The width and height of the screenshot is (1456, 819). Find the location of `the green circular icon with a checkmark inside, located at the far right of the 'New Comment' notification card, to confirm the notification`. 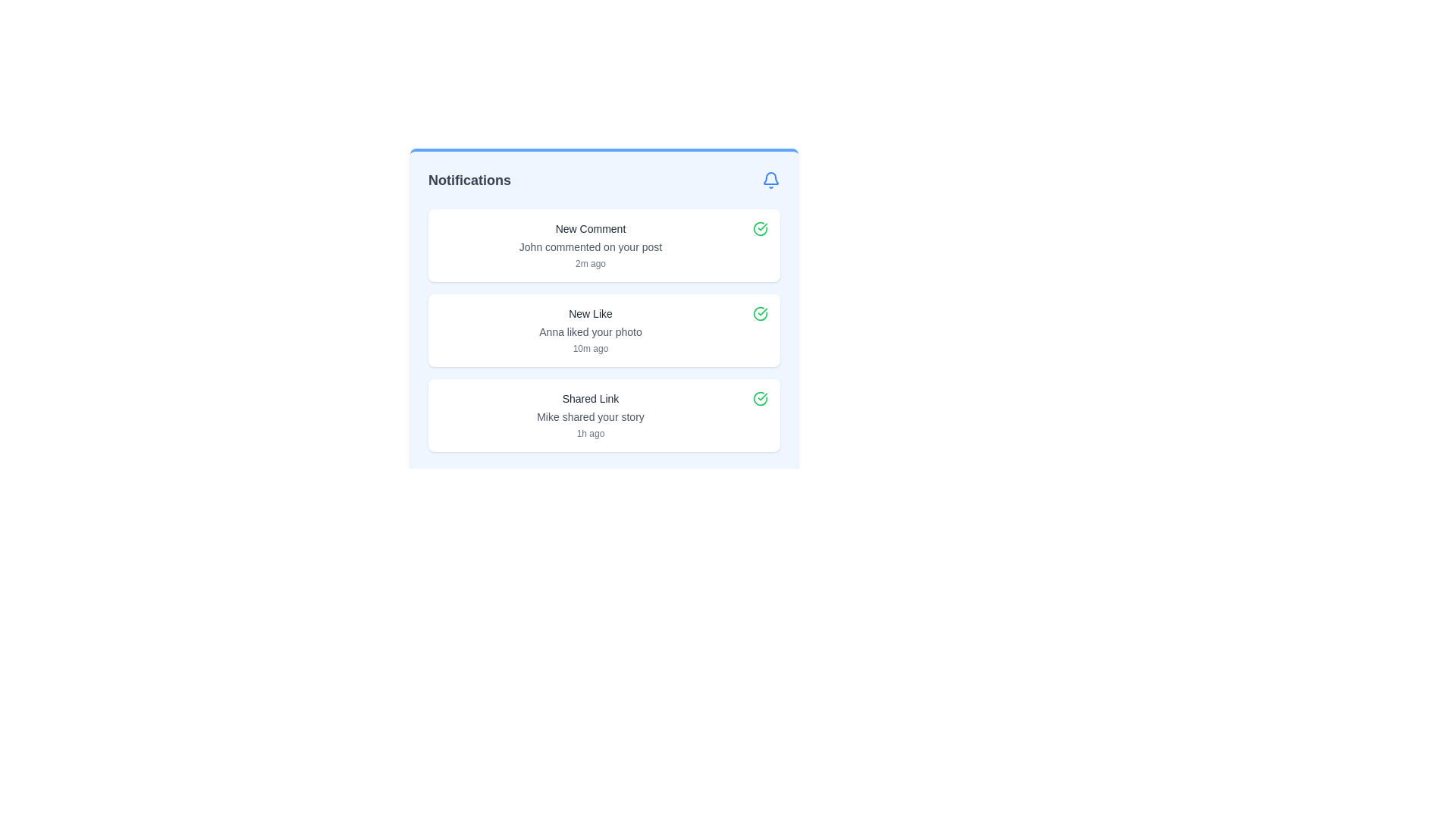

the green circular icon with a checkmark inside, located at the far right of the 'New Comment' notification card, to confirm the notification is located at coordinates (761, 228).